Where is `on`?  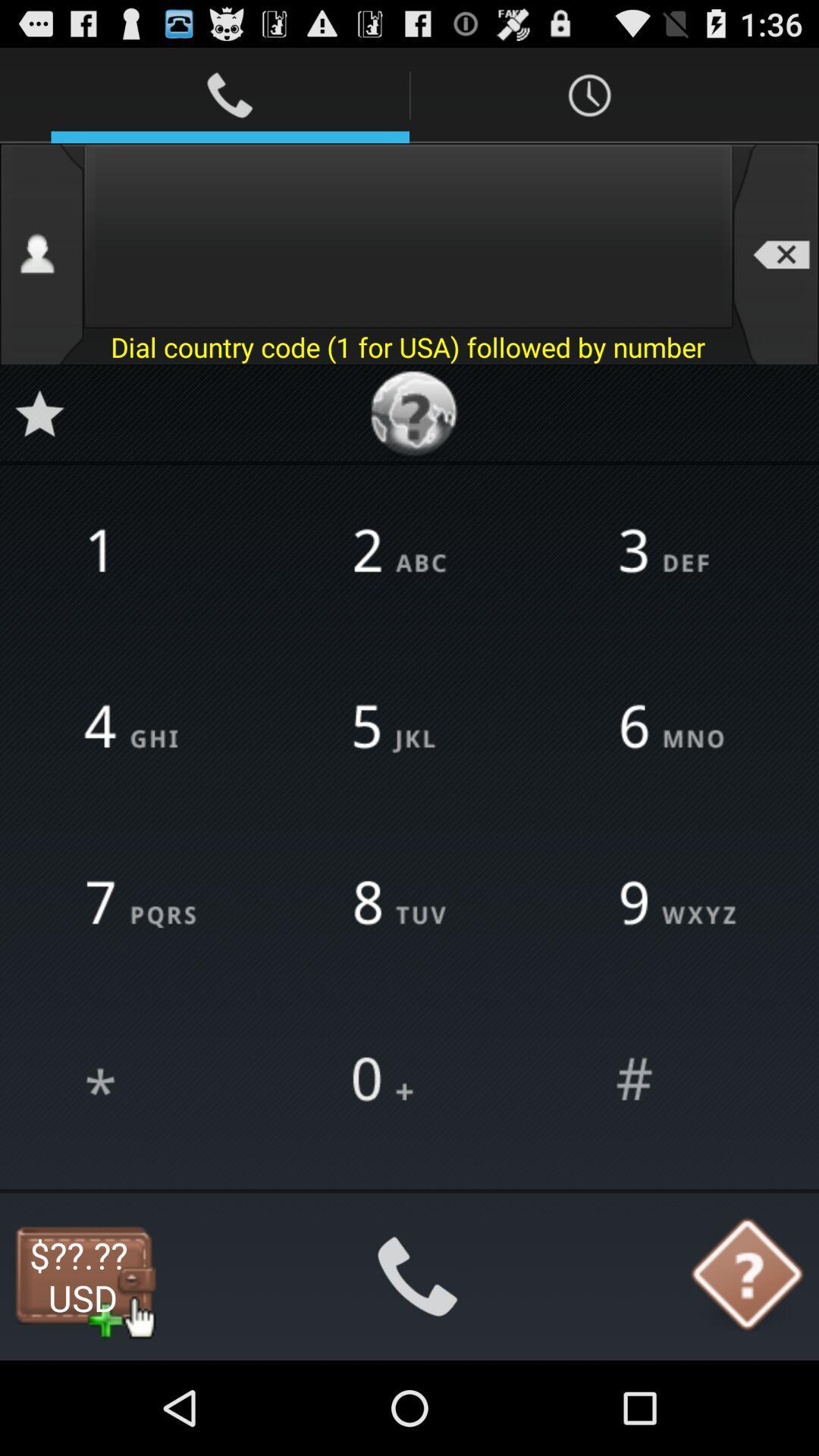 on is located at coordinates (143, 1080).